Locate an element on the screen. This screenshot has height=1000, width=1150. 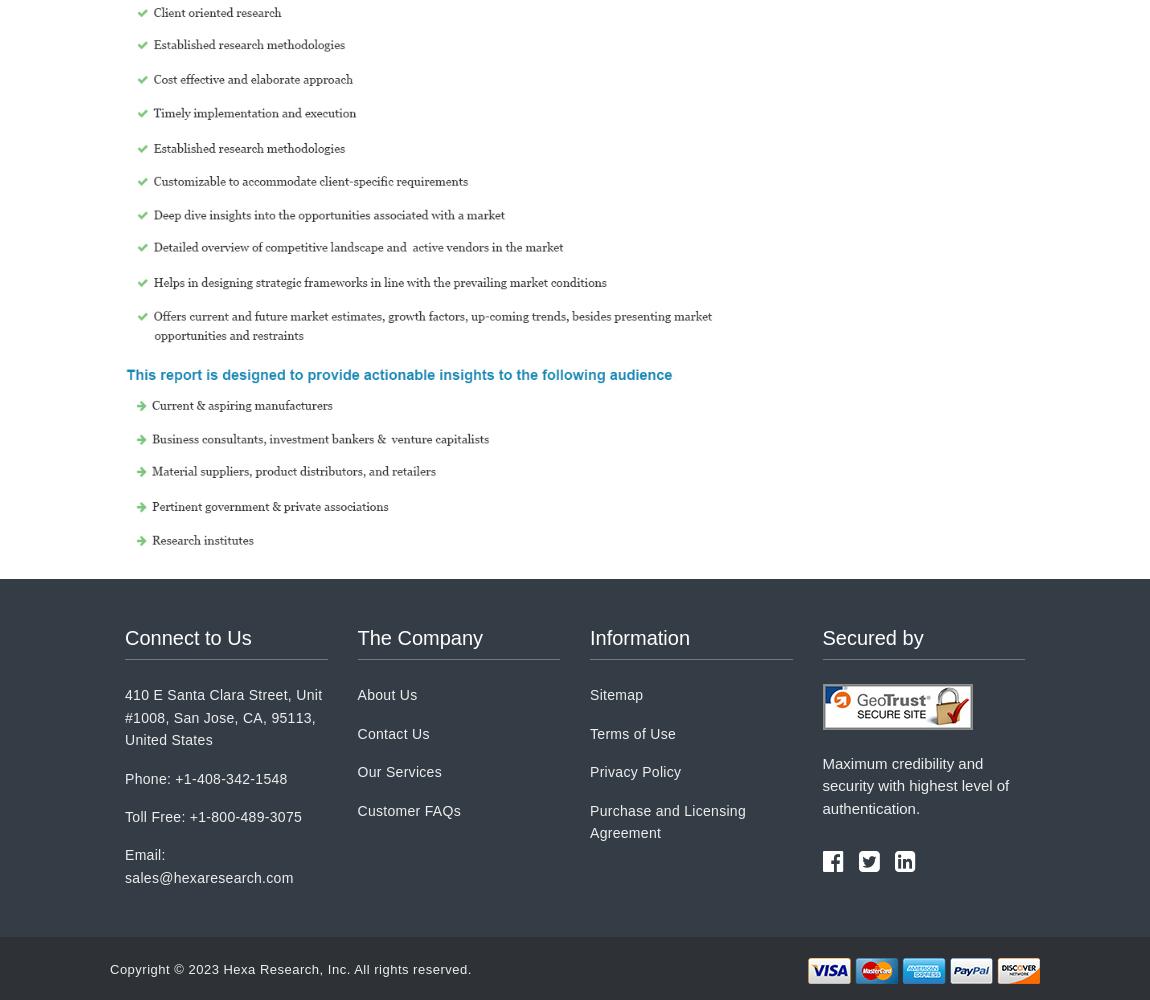
'Connect to Us' is located at coordinates (187, 638).